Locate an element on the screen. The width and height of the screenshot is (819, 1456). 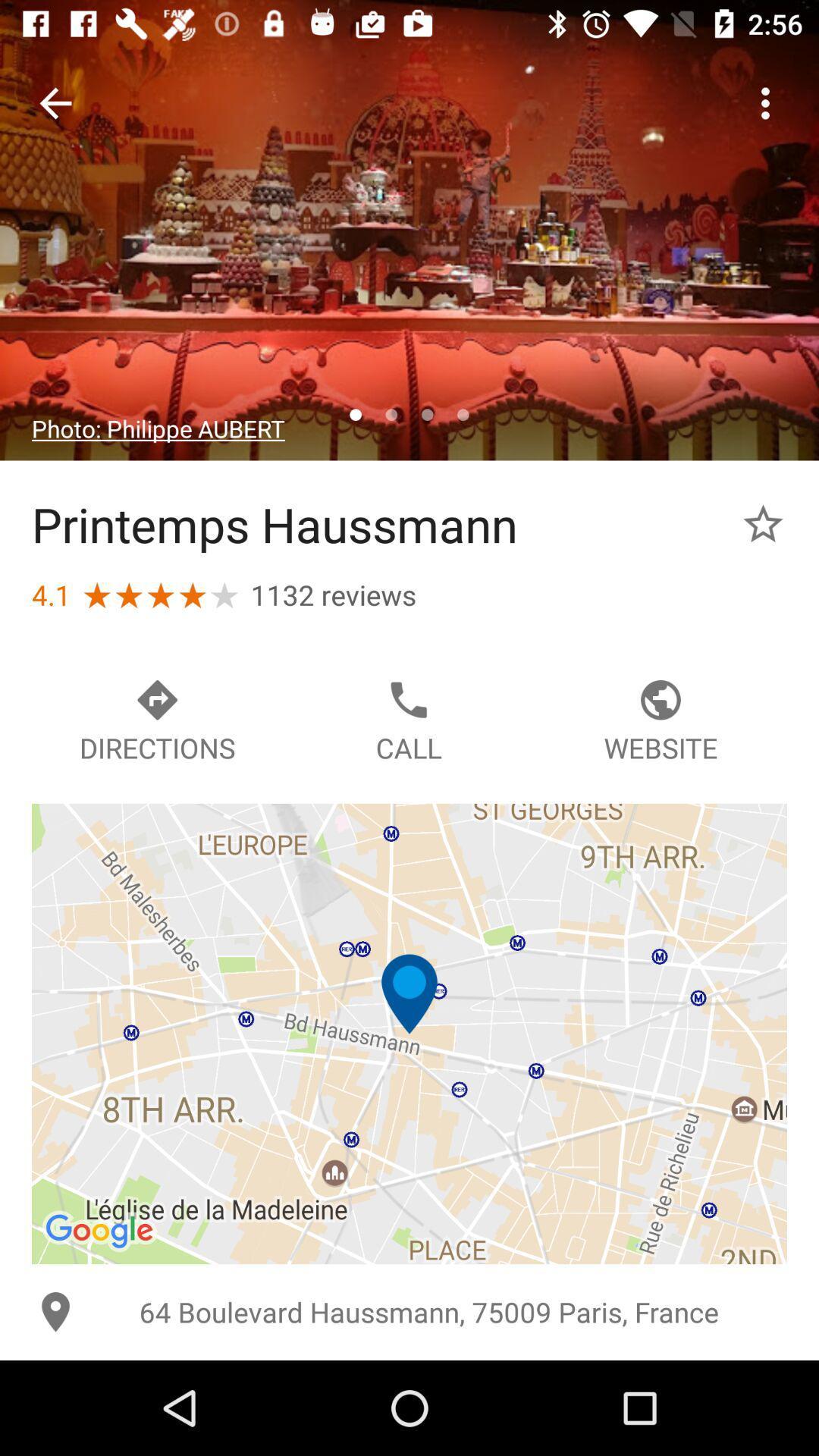
the star icon is located at coordinates (763, 524).